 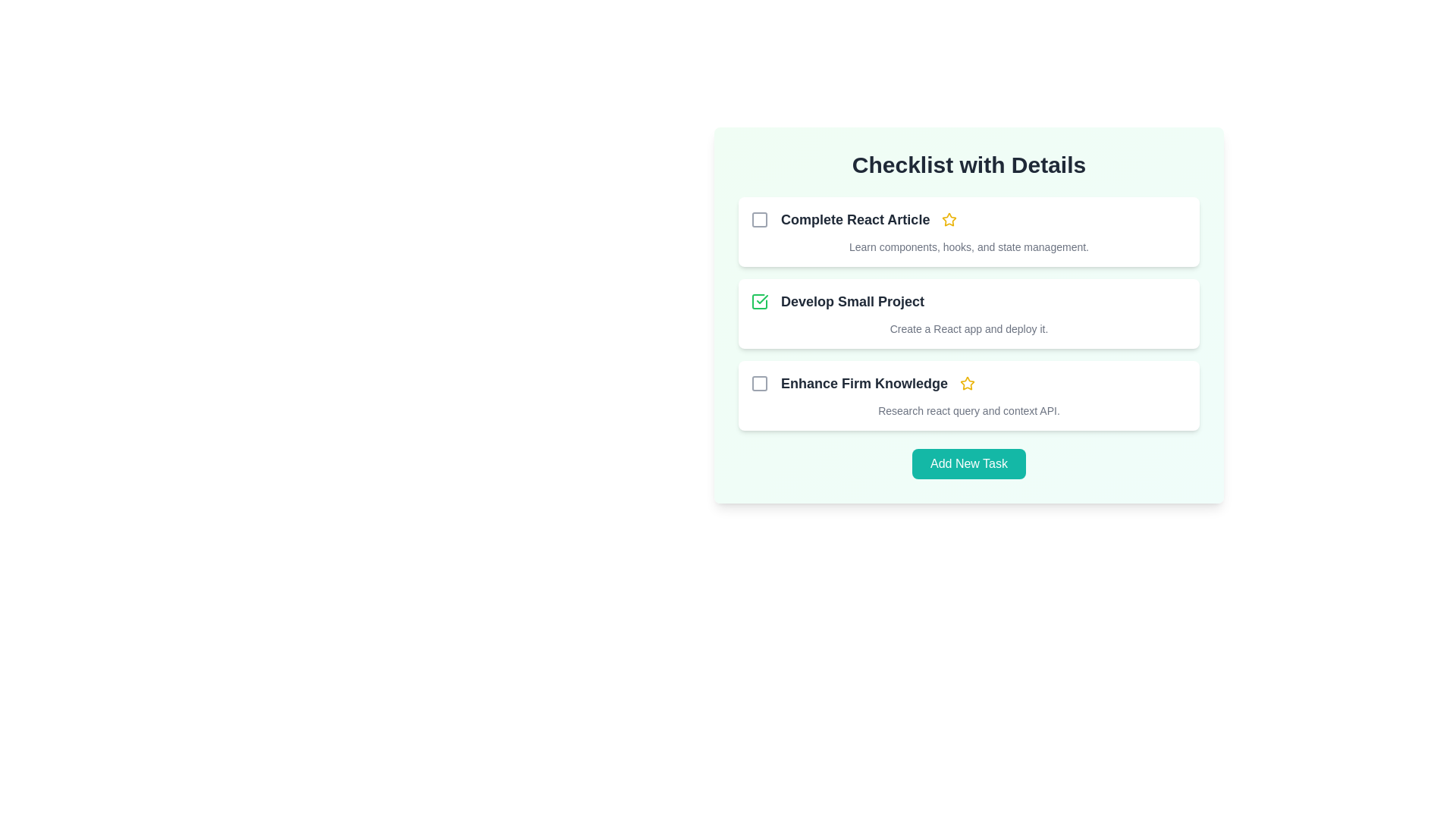 What do you see at coordinates (855, 219) in the screenshot?
I see `the checklist item to focus on its description` at bounding box center [855, 219].